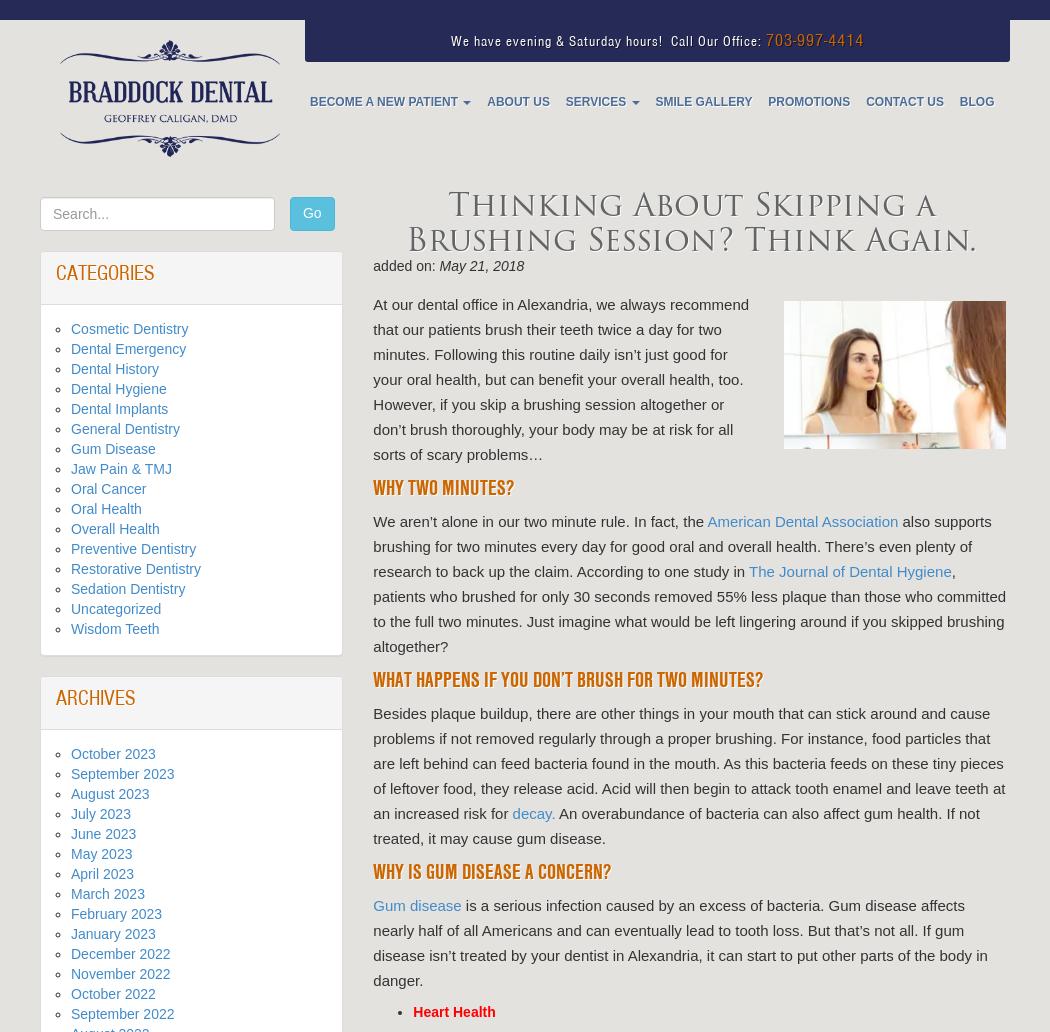  What do you see at coordinates (69, 833) in the screenshot?
I see `'June 2023'` at bounding box center [69, 833].